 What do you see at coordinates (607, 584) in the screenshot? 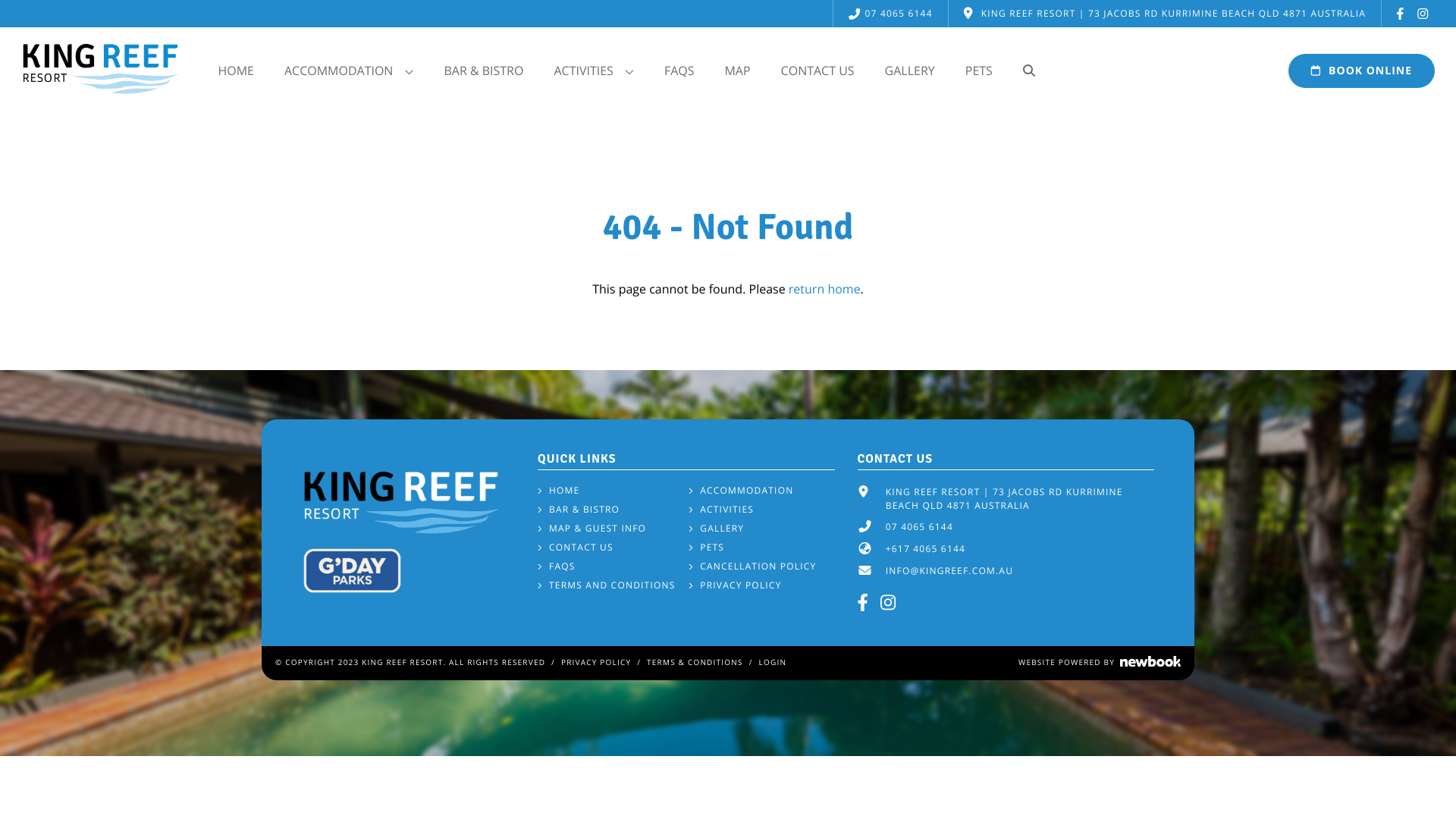
I see `'TERMS AND CONDITIONS'` at bounding box center [607, 584].